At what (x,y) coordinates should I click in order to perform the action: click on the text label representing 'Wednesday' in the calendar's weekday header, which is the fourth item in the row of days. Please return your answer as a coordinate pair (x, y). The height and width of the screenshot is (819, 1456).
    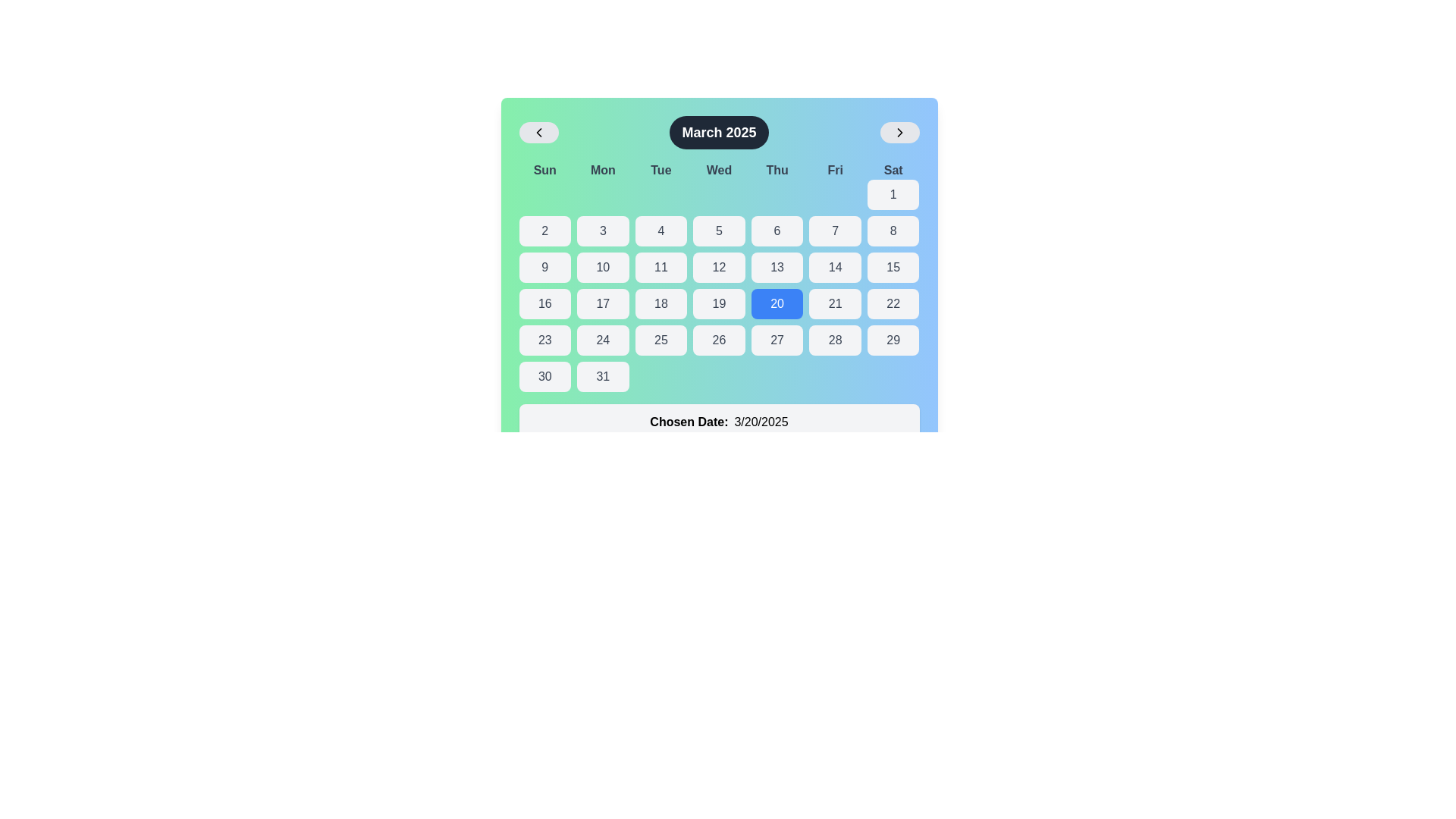
    Looking at the image, I should click on (718, 170).